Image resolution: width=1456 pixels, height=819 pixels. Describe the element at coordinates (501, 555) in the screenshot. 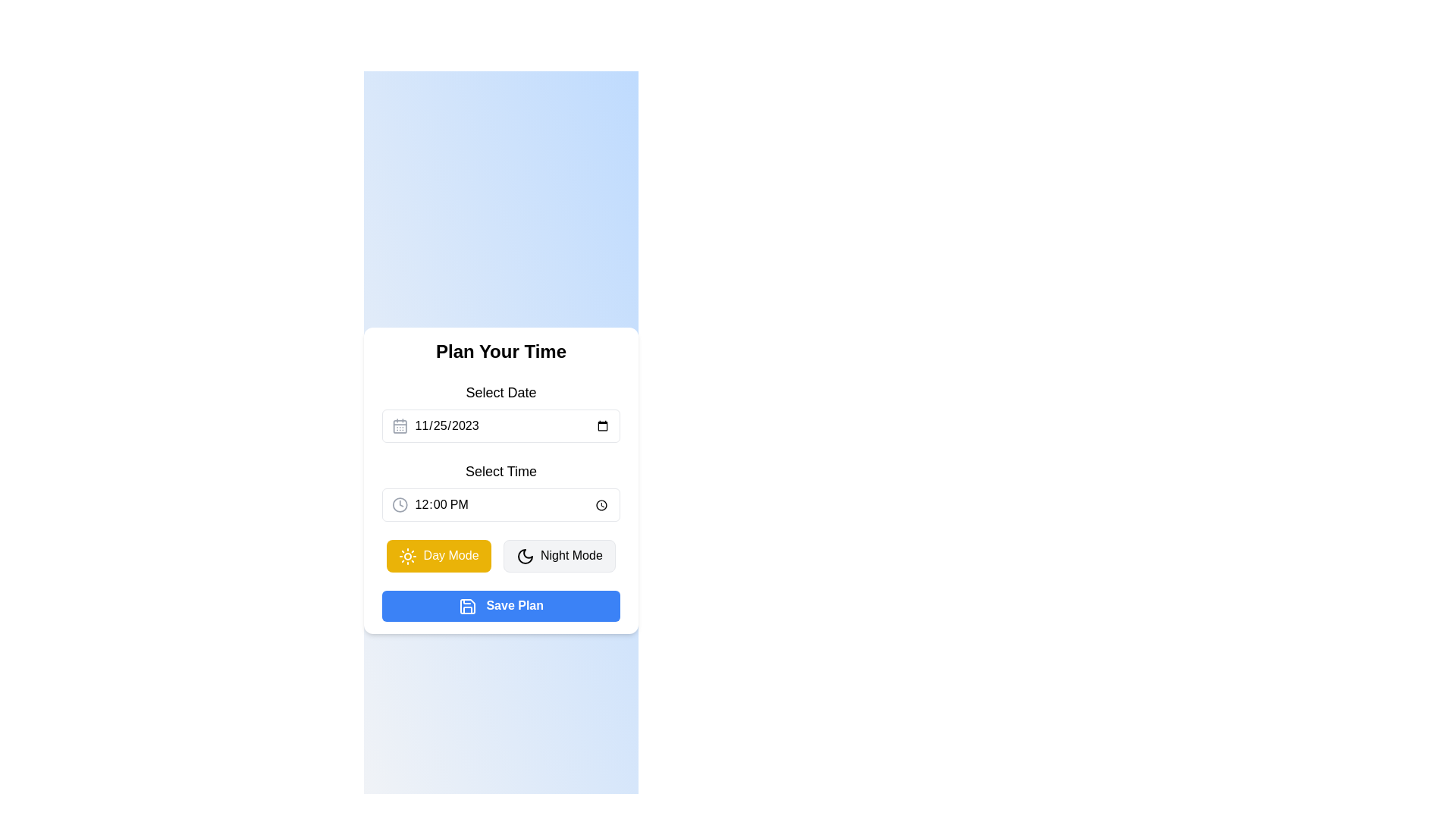

I see `the 'Day Mode' button located in the button group within the white modal` at that location.